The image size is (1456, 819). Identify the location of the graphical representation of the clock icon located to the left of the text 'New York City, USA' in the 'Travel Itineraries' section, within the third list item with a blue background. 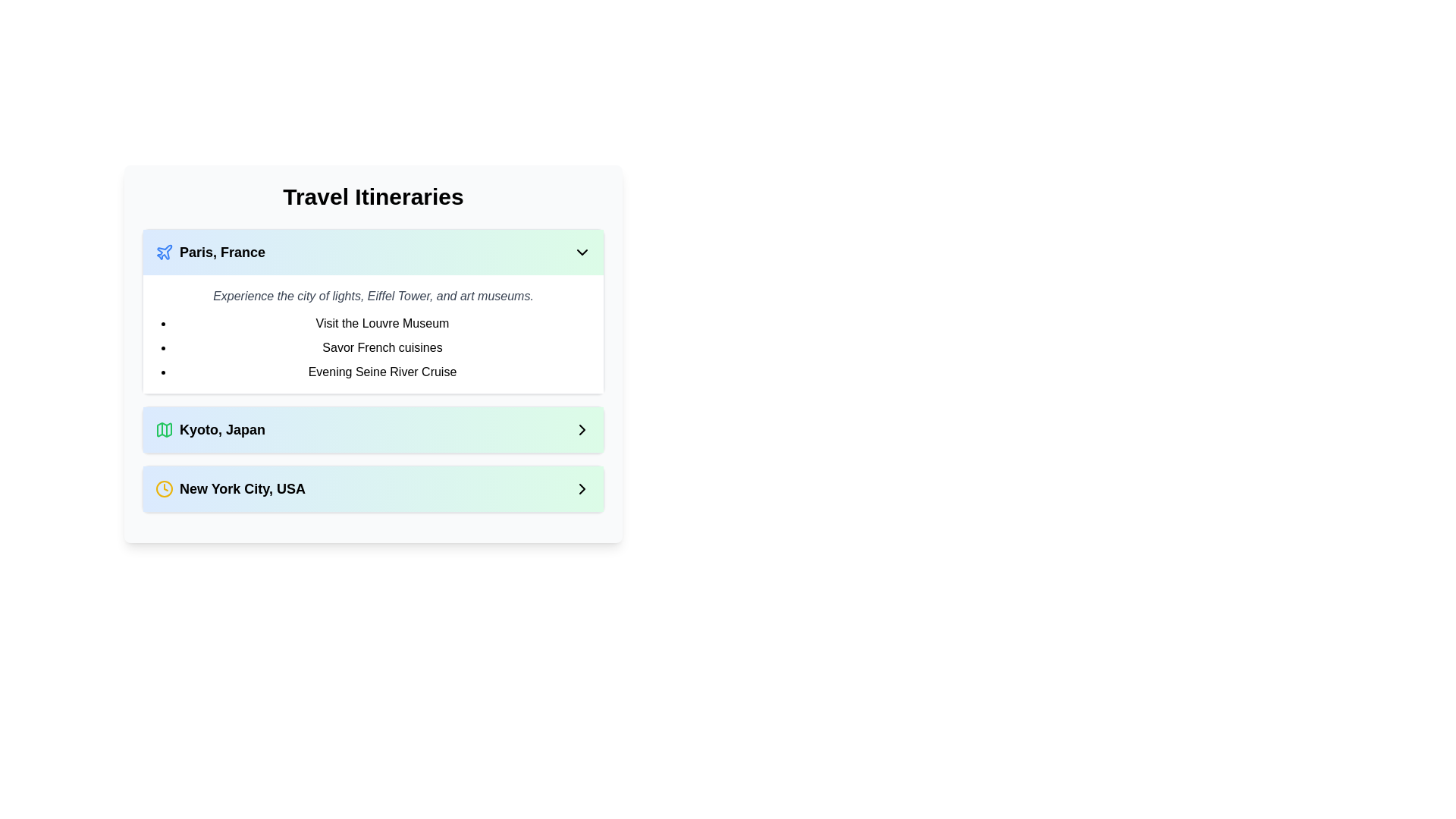
(164, 488).